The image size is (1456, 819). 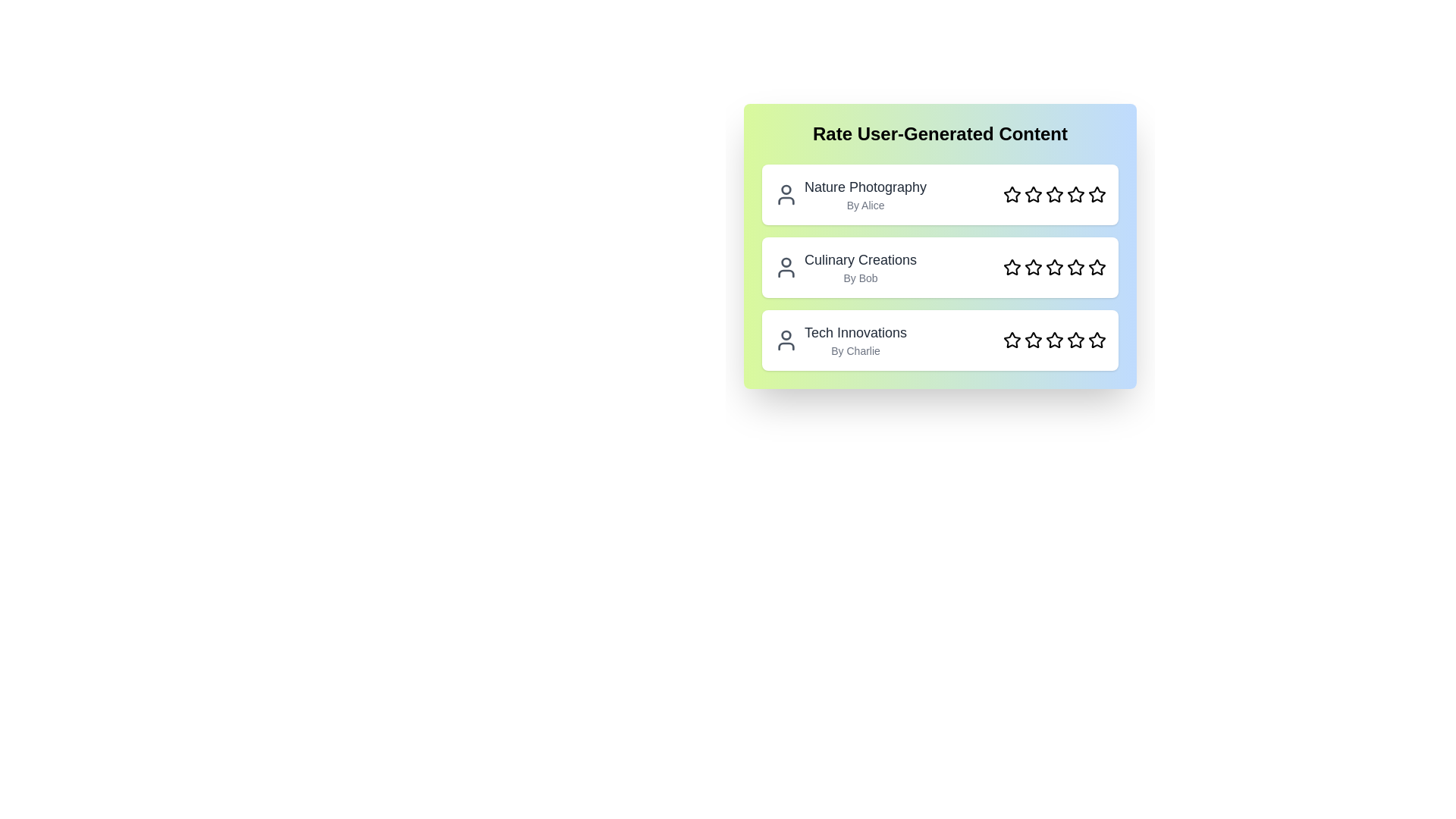 What do you see at coordinates (1054, 267) in the screenshot?
I see `the star corresponding to the rating 3 for the content Culinary Creations` at bounding box center [1054, 267].